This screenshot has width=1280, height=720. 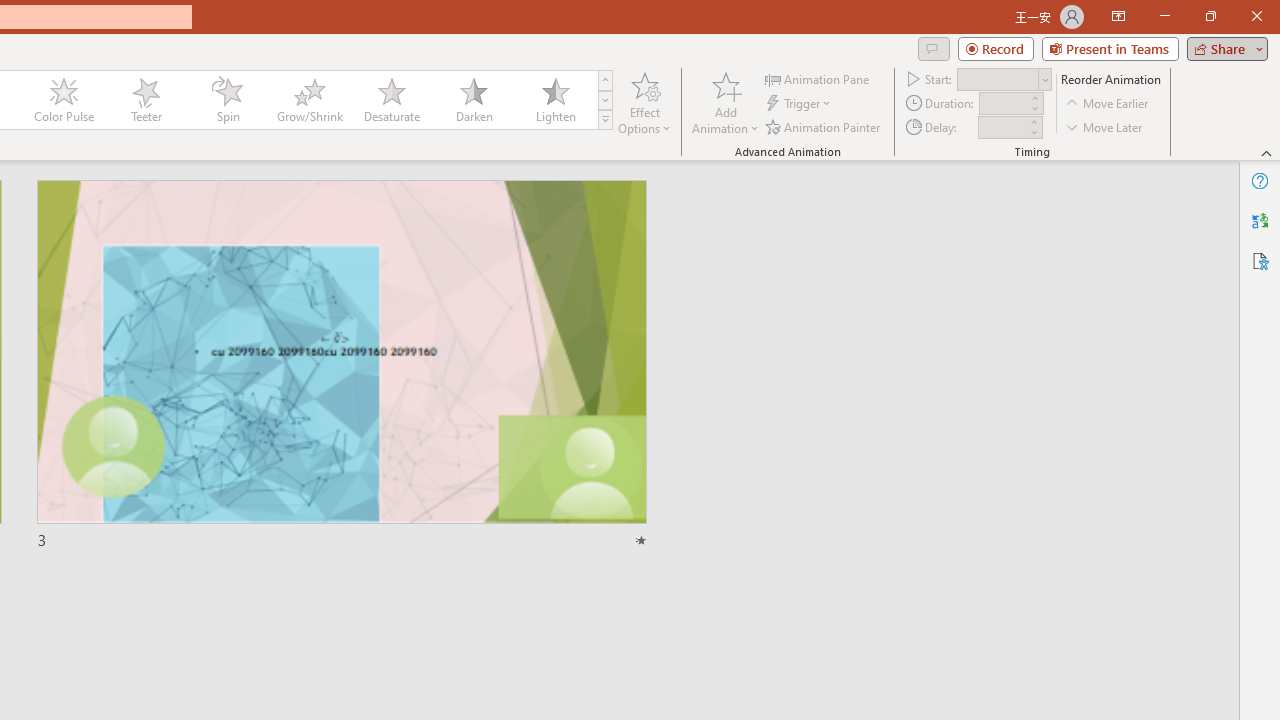 What do you see at coordinates (64, 100) in the screenshot?
I see `'Color Pulse'` at bounding box center [64, 100].